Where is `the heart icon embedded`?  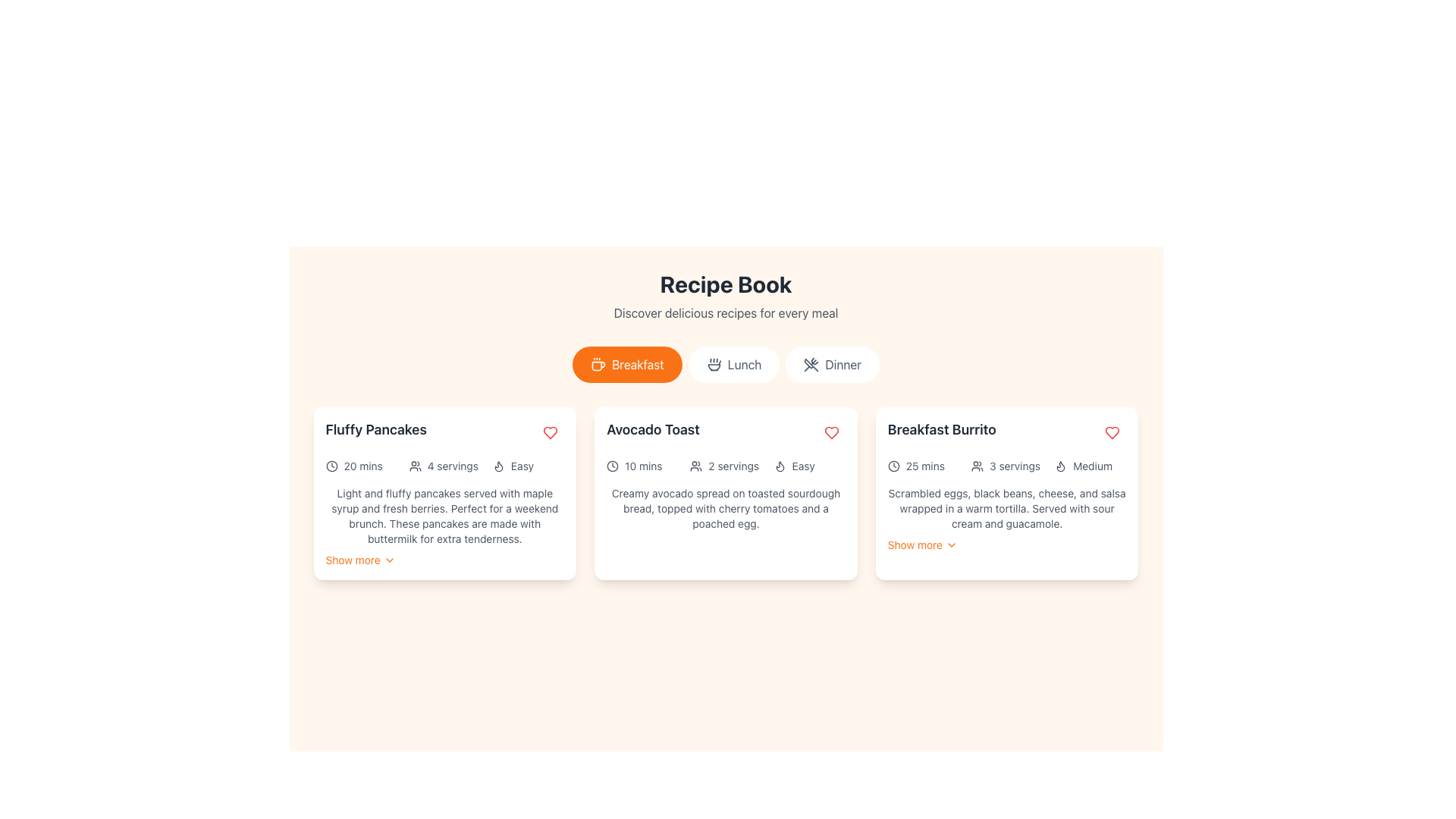 the heart icon embedded is located at coordinates (1112, 432).